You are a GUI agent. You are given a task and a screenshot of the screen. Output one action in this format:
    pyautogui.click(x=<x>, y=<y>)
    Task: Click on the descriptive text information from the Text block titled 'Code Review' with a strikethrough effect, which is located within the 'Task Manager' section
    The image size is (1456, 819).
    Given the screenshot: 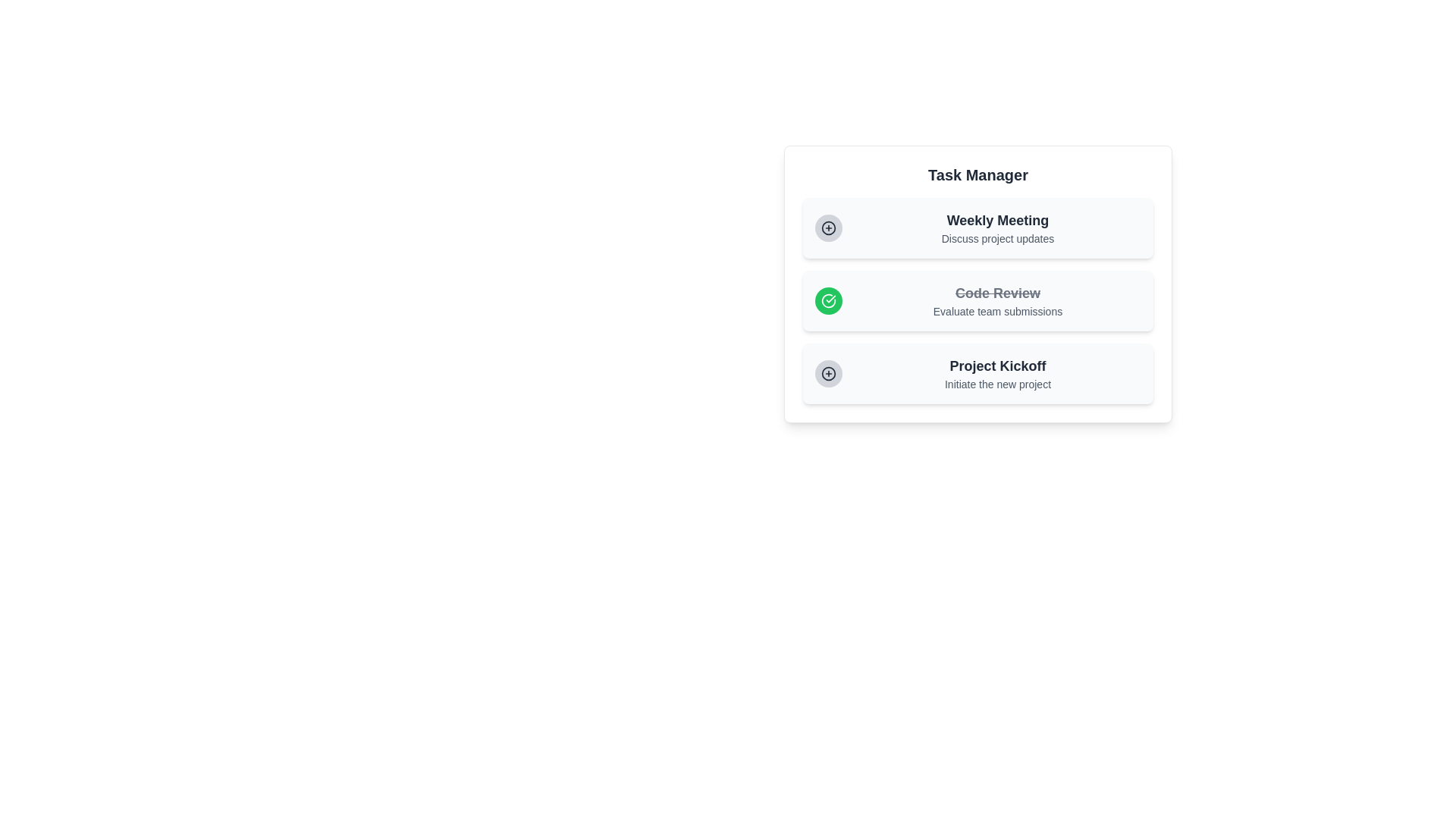 What is the action you would take?
    pyautogui.click(x=997, y=301)
    